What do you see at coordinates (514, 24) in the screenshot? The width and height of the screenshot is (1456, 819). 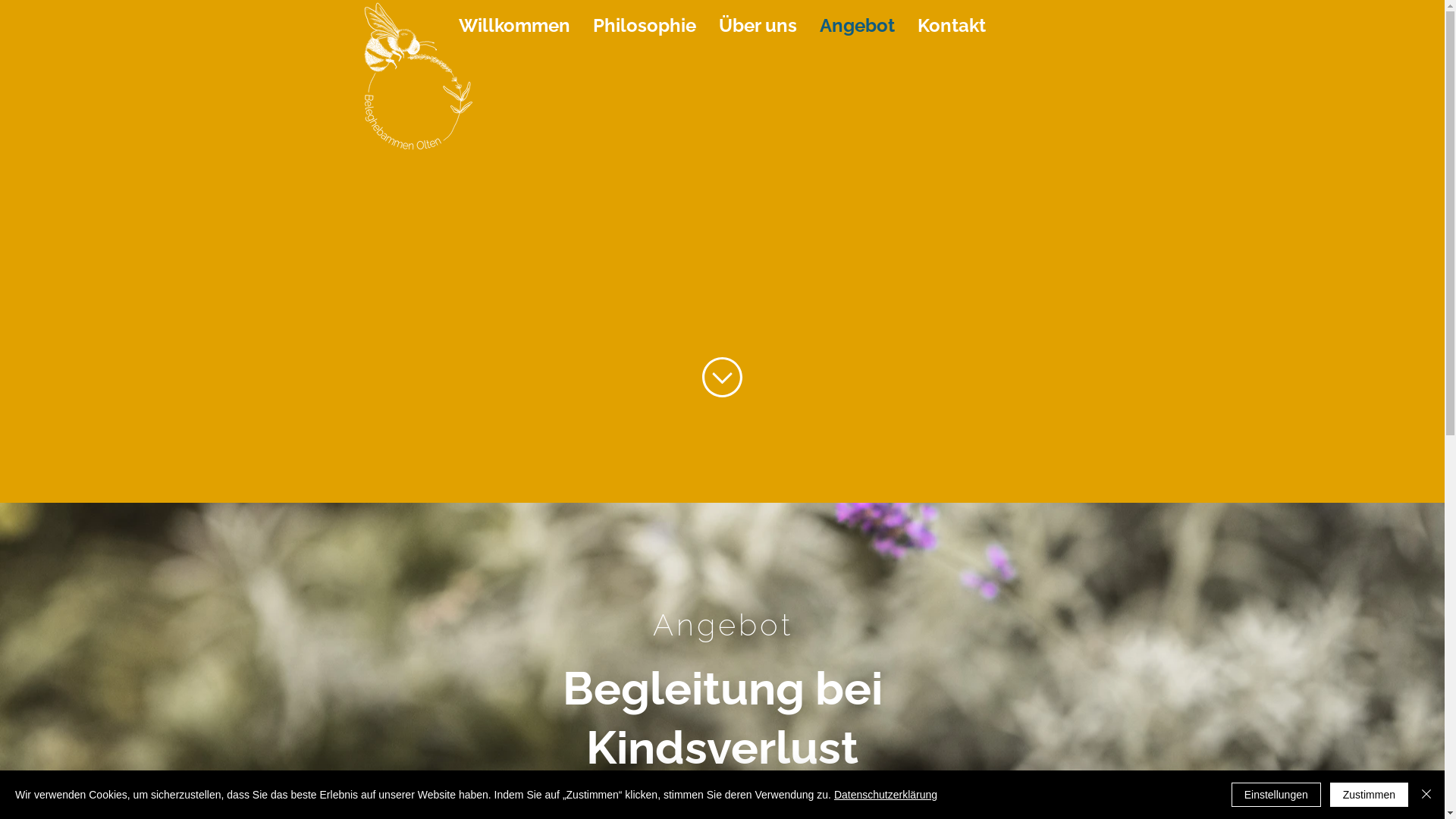 I see `'Willkommen'` at bounding box center [514, 24].